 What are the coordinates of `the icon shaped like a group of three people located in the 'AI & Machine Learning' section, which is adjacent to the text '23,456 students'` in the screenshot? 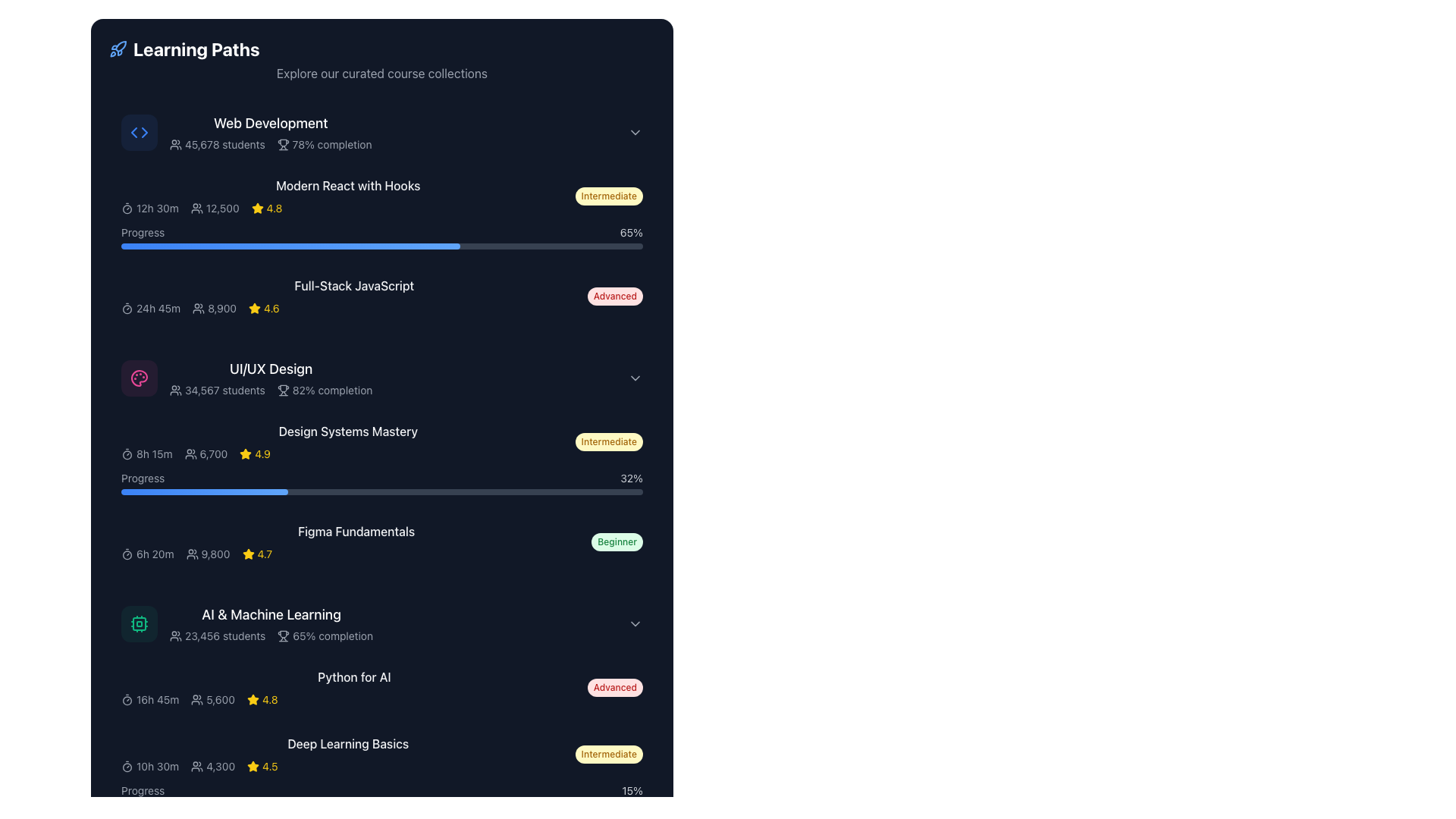 It's located at (175, 636).